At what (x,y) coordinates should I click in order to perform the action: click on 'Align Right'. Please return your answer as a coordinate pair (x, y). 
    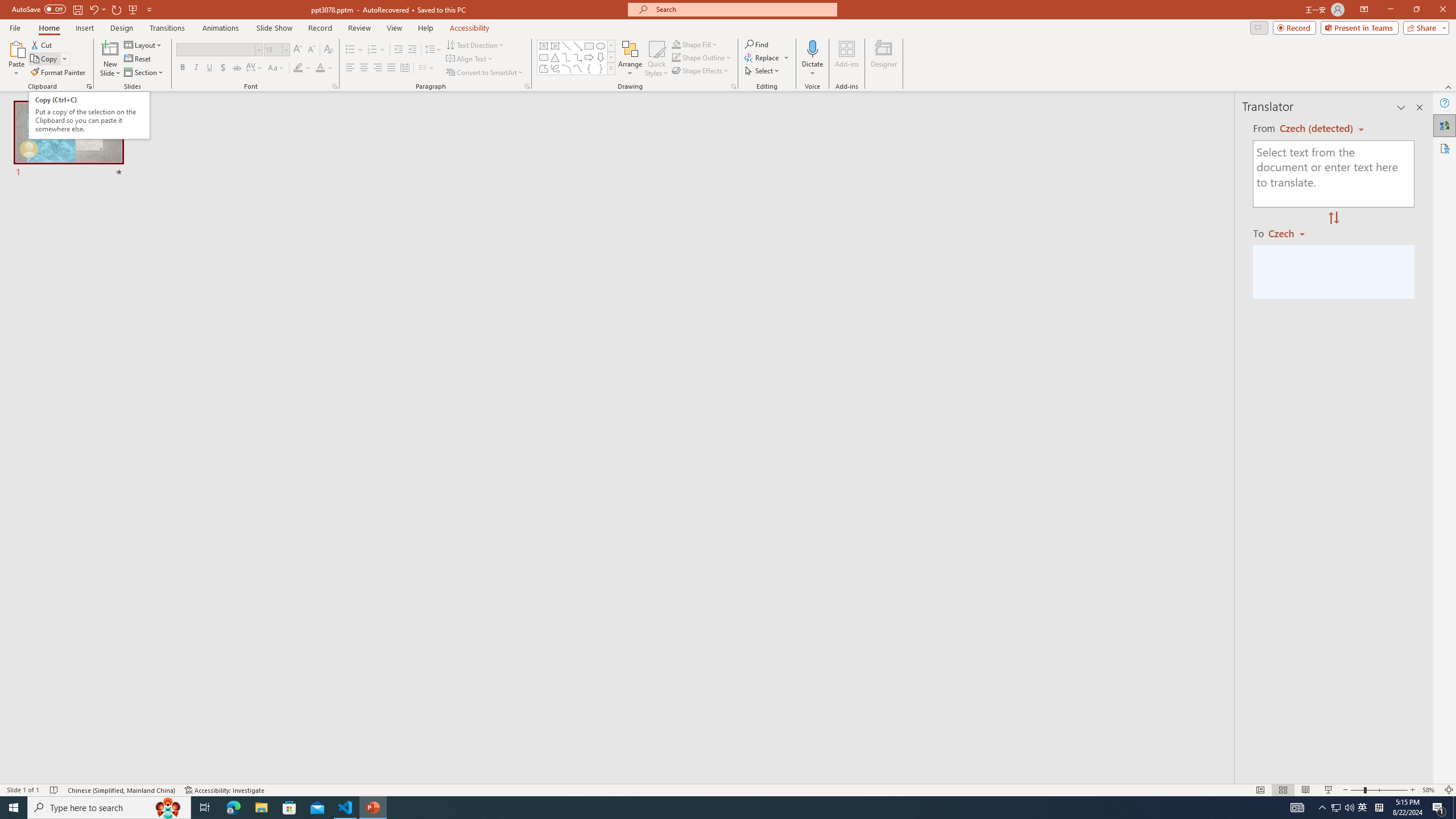
    Looking at the image, I should click on (378, 67).